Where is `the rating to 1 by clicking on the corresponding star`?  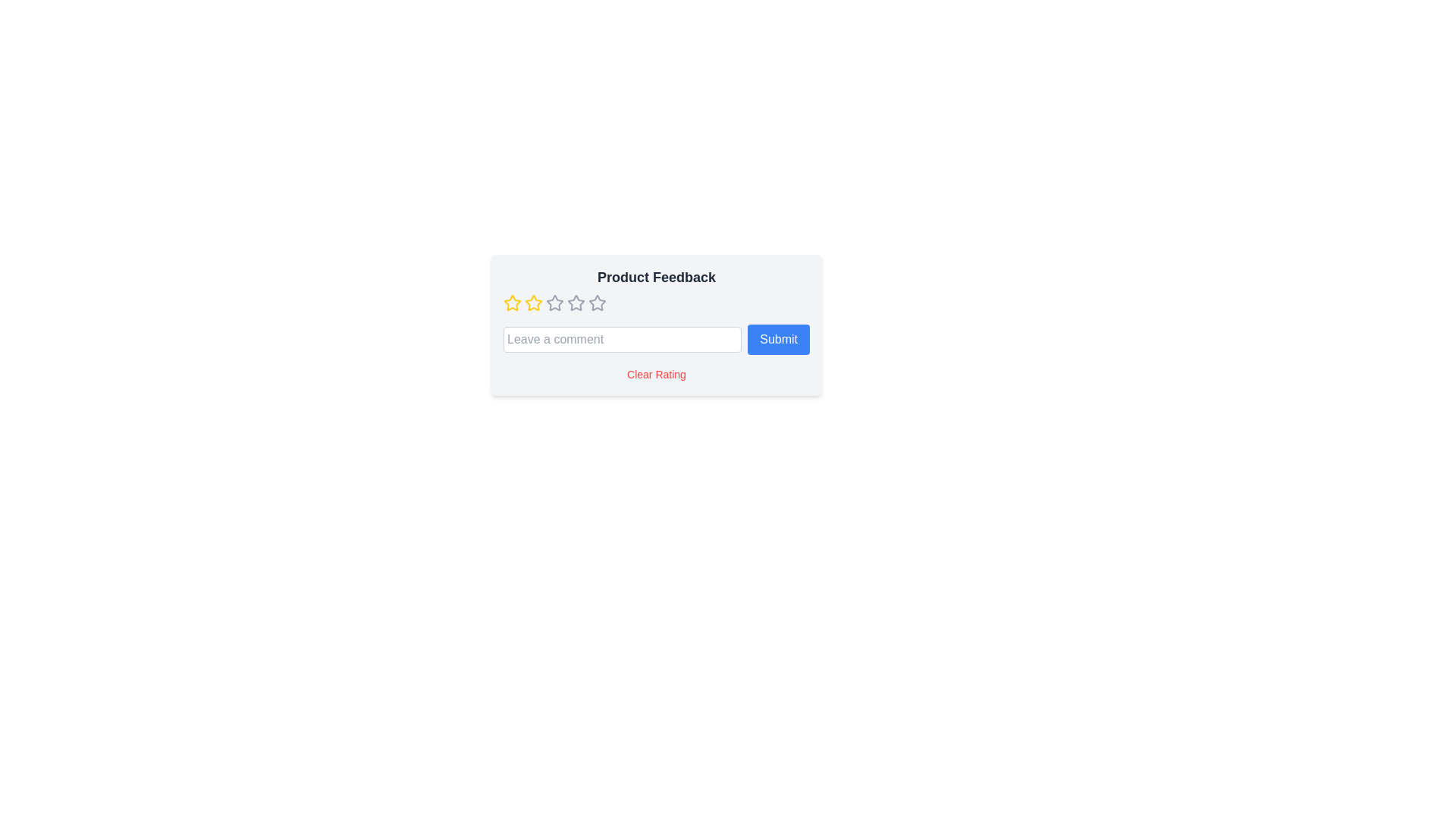 the rating to 1 by clicking on the corresponding star is located at coordinates (513, 303).